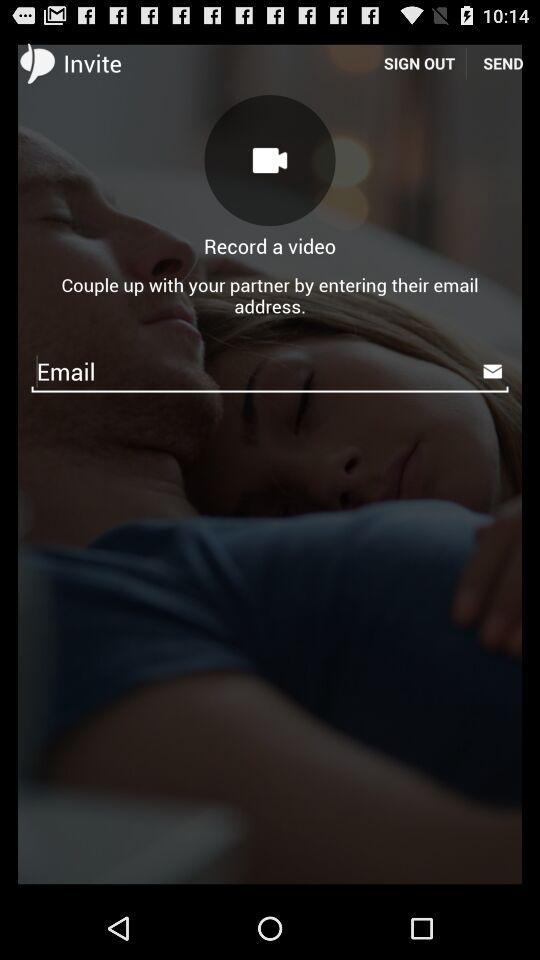 This screenshot has width=540, height=960. What do you see at coordinates (502, 62) in the screenshot?
I see `the icon next to sign out item` at bounding box center [502, 62].